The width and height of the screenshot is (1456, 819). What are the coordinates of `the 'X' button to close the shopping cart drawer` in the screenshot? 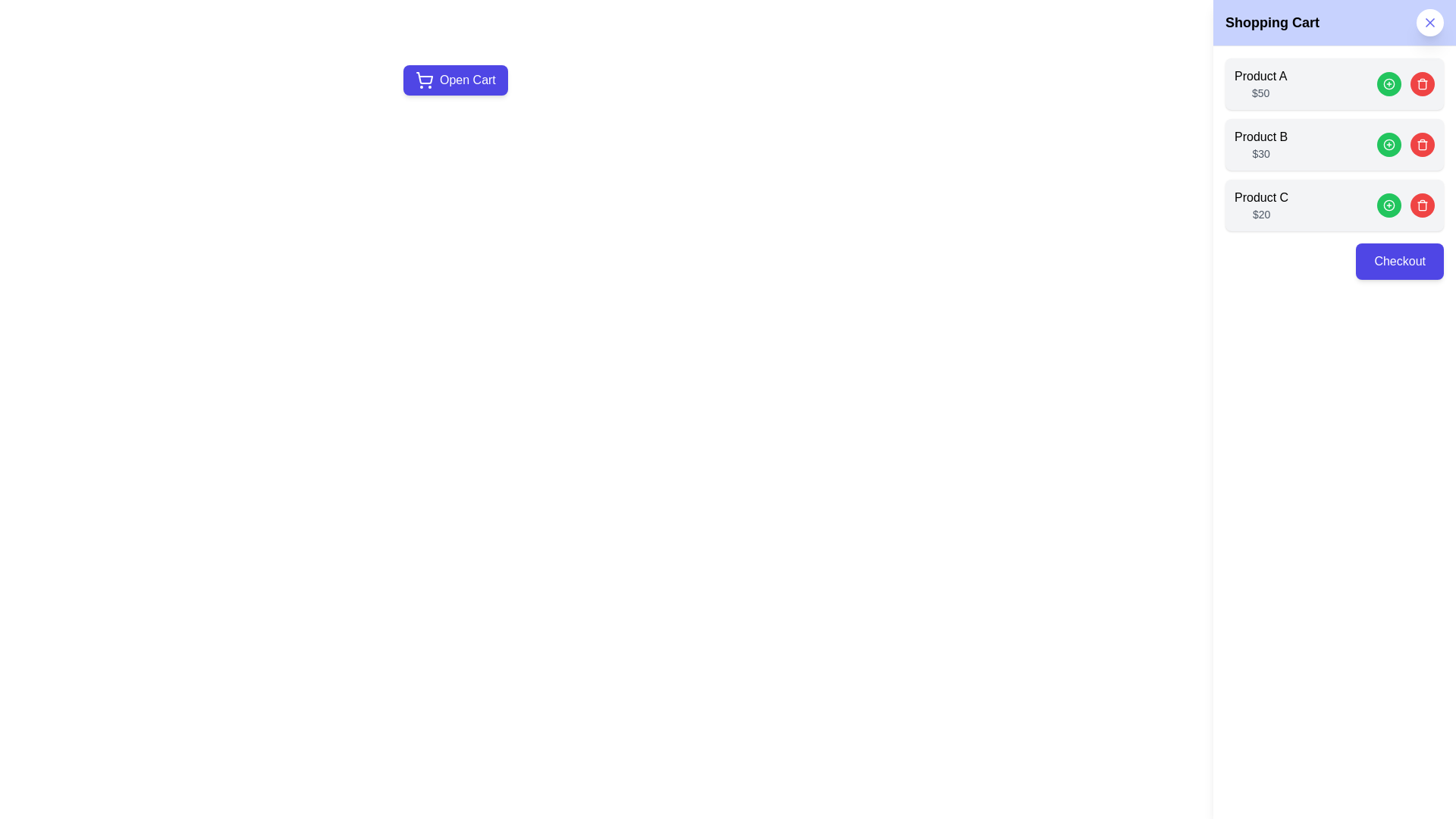 It's located at (1429, 23).